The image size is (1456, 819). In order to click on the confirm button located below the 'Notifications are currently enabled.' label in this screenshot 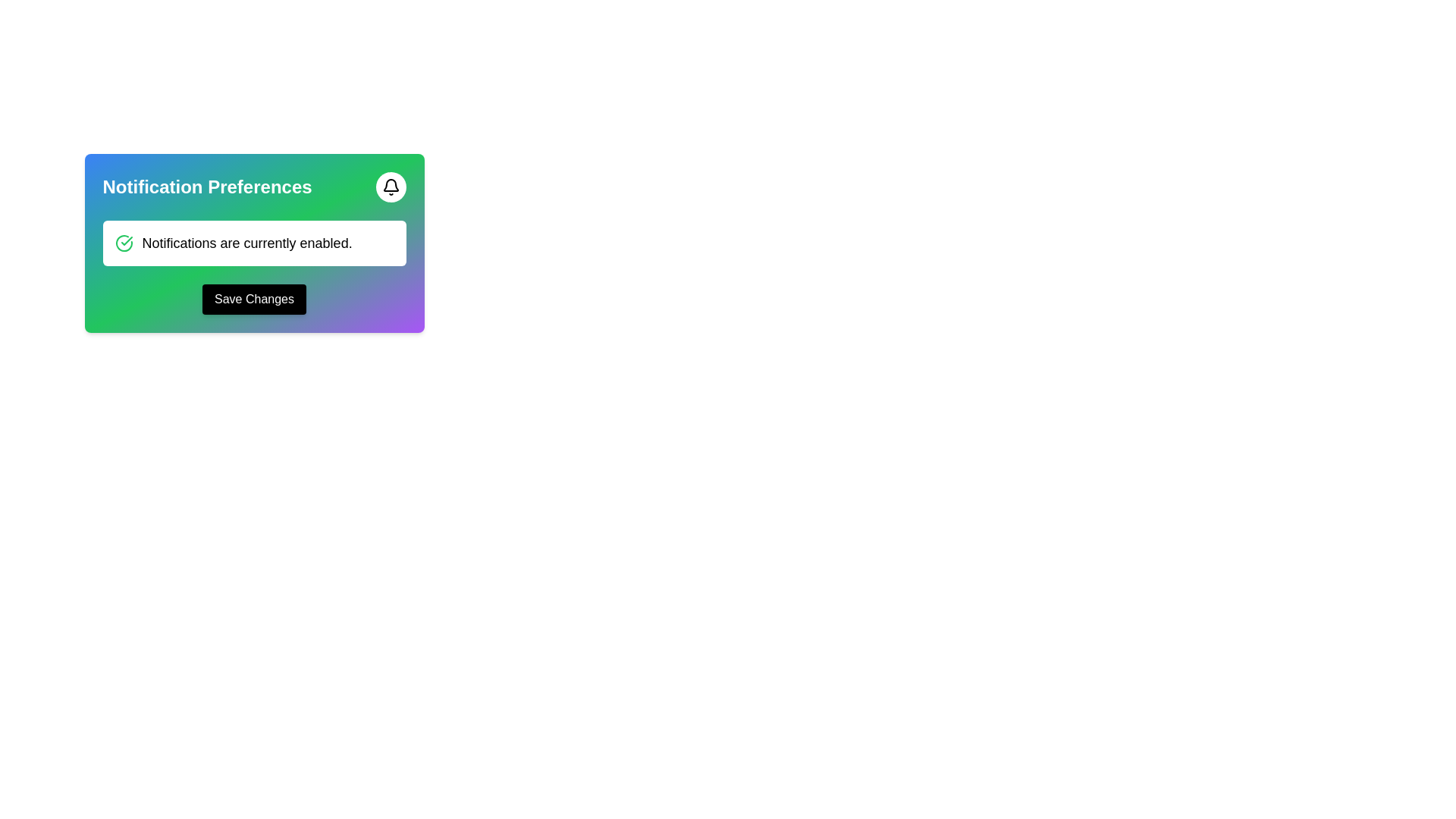, I will do `click(254, 299)`.